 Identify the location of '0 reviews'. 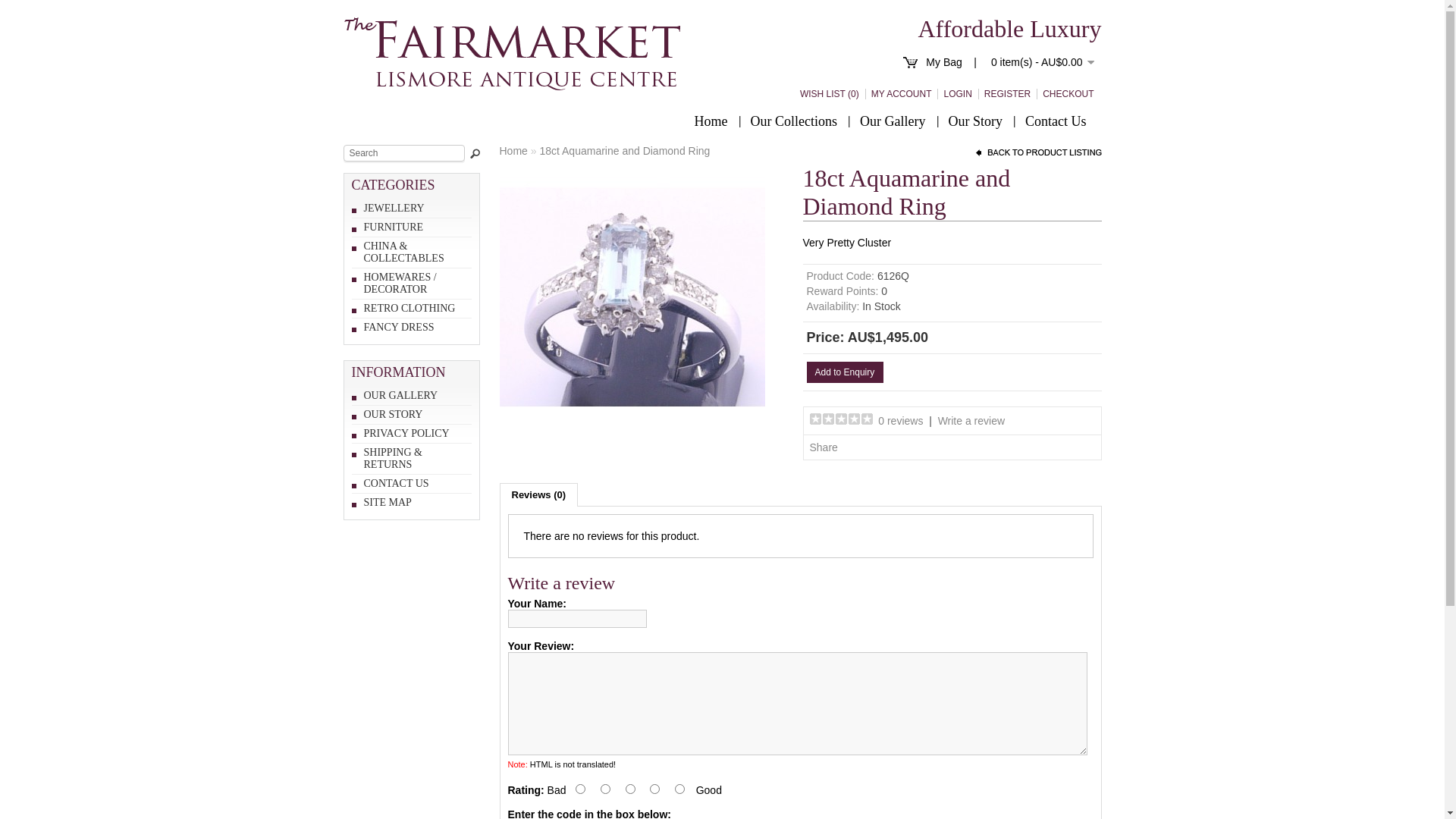
(877, 421).